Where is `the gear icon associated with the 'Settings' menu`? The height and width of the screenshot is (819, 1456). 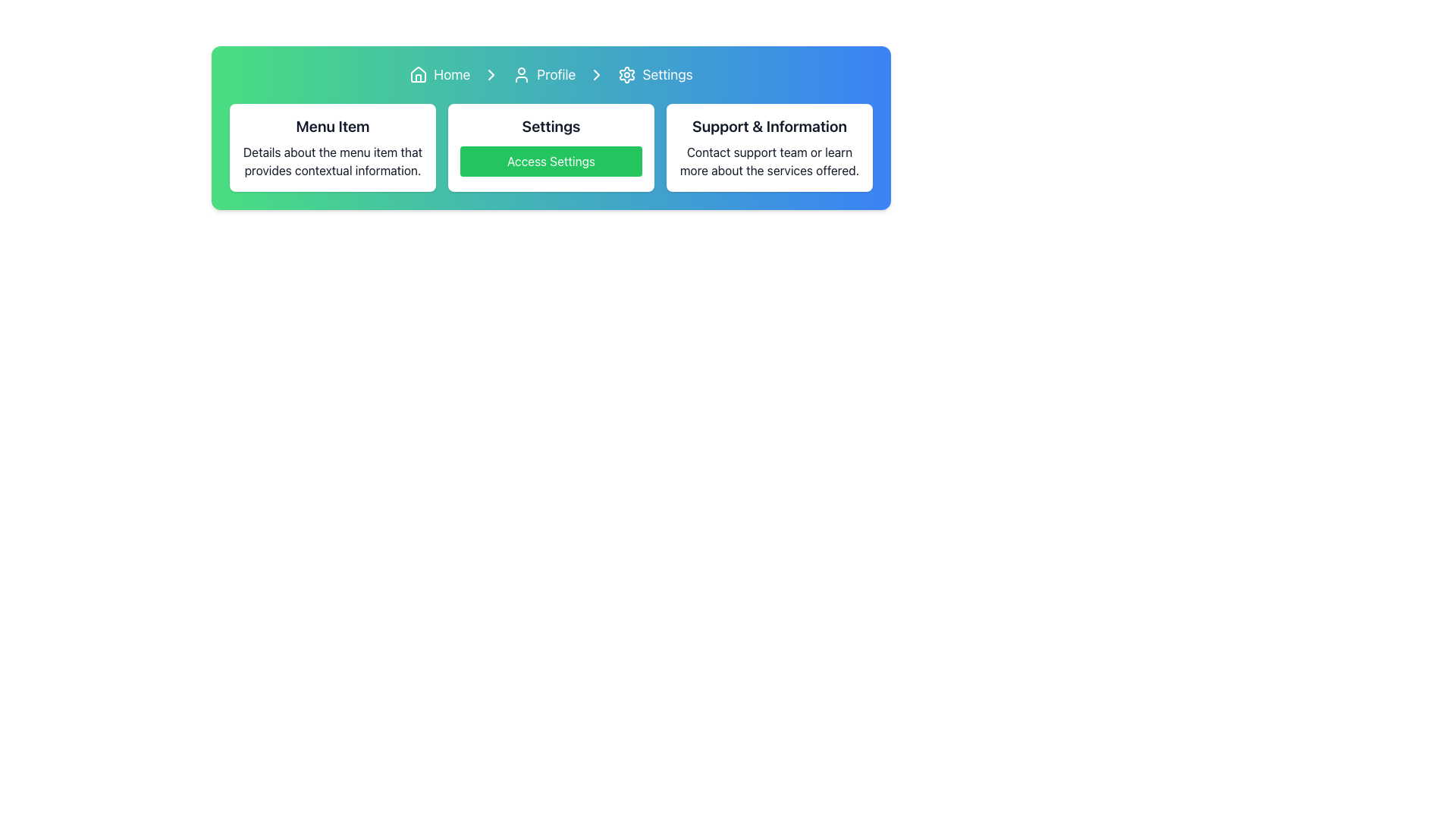 the gear icon associated with the 'Settings' menu is located at coordinates (627, 75).